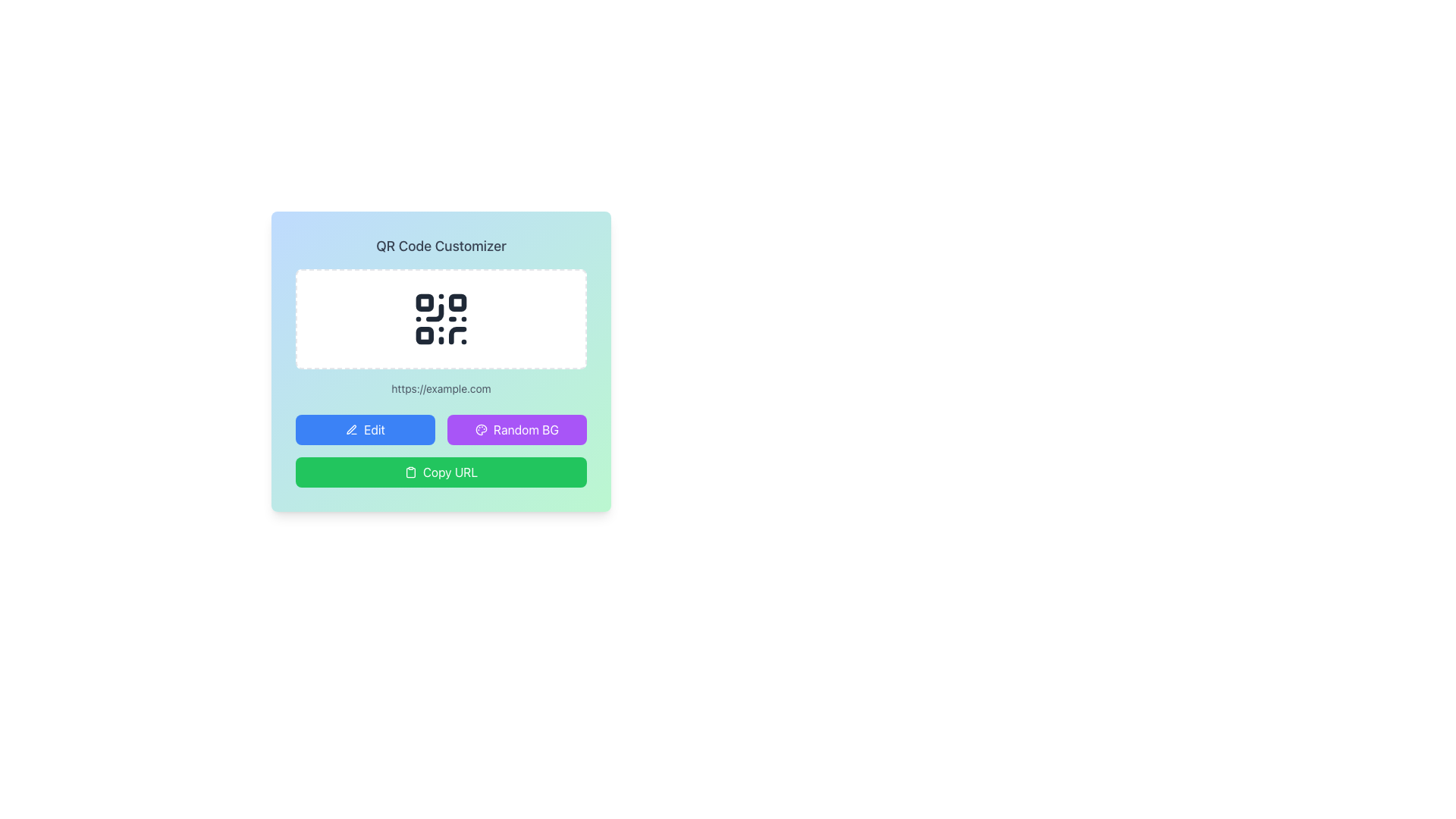  Describe the element at coordinates (480, 430) in the screenshot. I see `the painter's palette icon located on the purple 'Random BG' button, which is centered beneath the QR code display` at that location.